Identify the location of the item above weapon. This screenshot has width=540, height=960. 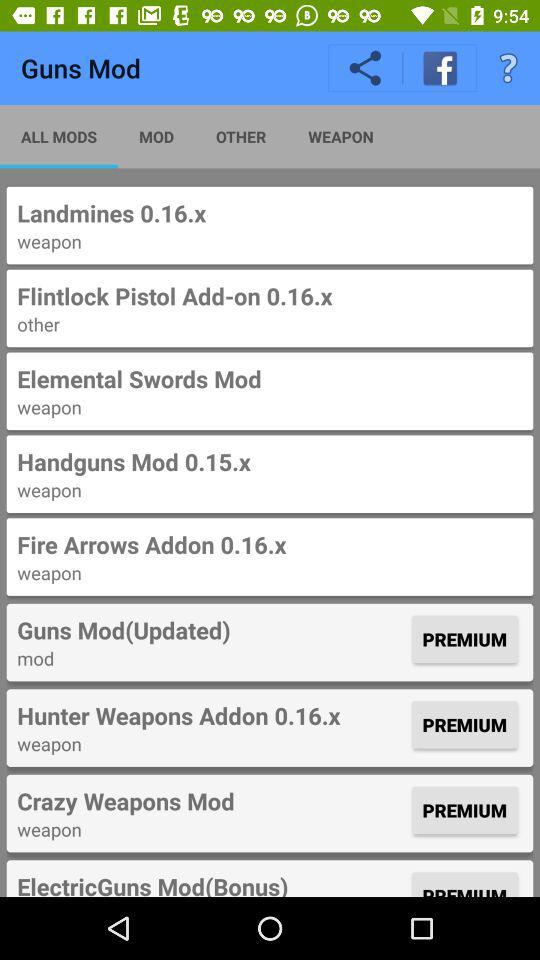
(270, 377).